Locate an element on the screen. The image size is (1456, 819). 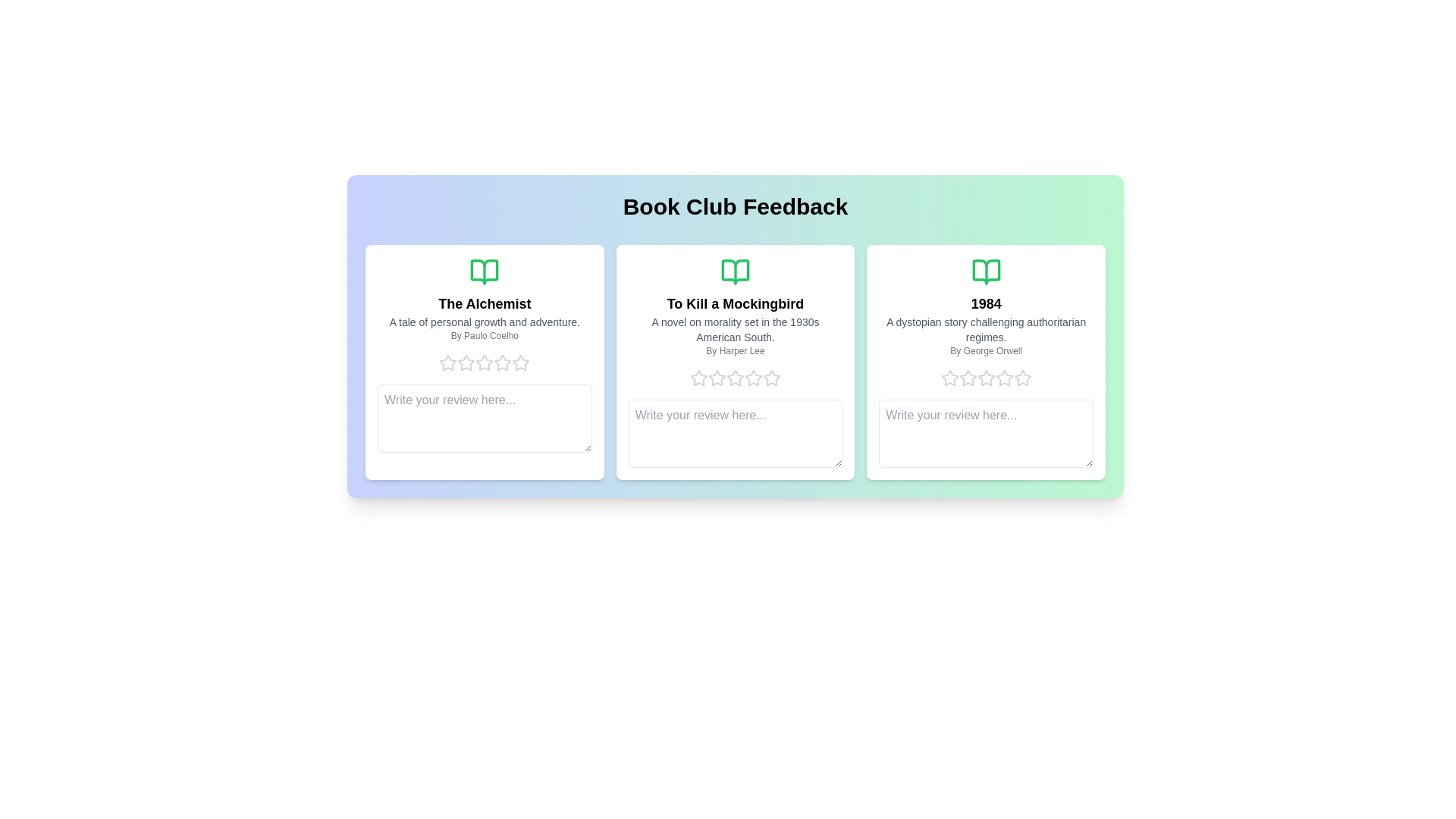
text label displaying the title 'The Alchemist' located at the center of the top third of the leftmost card in a grid layout is located at coordinates (484, 304).